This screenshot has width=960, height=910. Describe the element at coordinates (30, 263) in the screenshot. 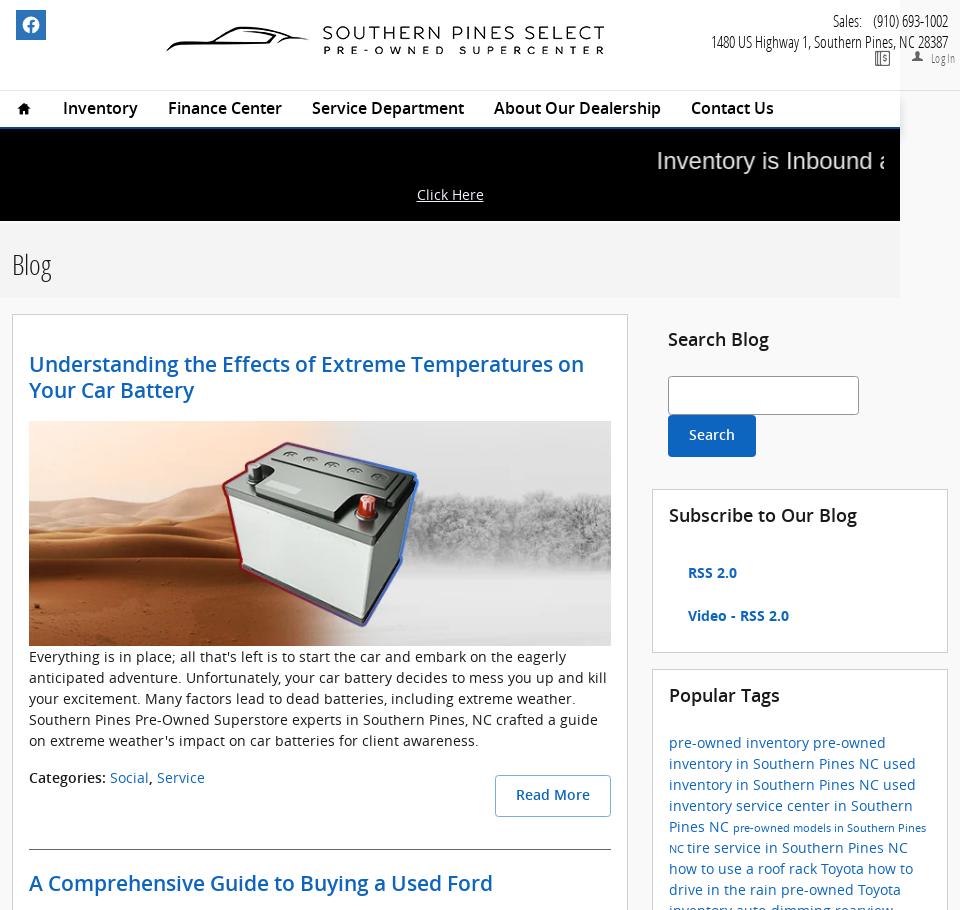

I see `'Blog'` at that location.